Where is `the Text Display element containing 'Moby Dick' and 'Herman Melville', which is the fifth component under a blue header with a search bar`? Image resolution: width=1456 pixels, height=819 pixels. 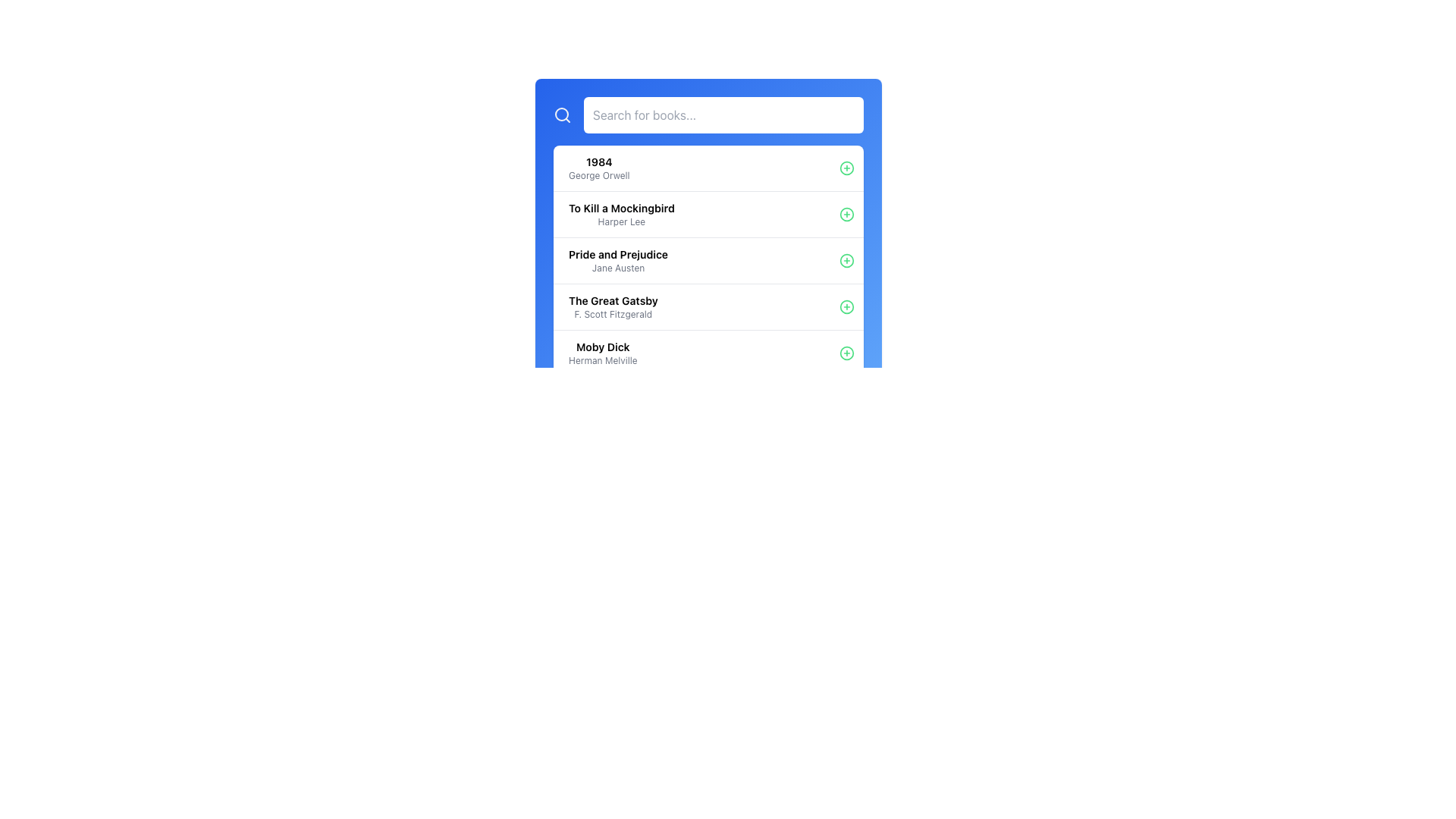 the Text Display element containing 'Moby Dick' and 'Herman Melville', which is the fifth component under a blue header with a search bar is located at coordinates (602, 353).